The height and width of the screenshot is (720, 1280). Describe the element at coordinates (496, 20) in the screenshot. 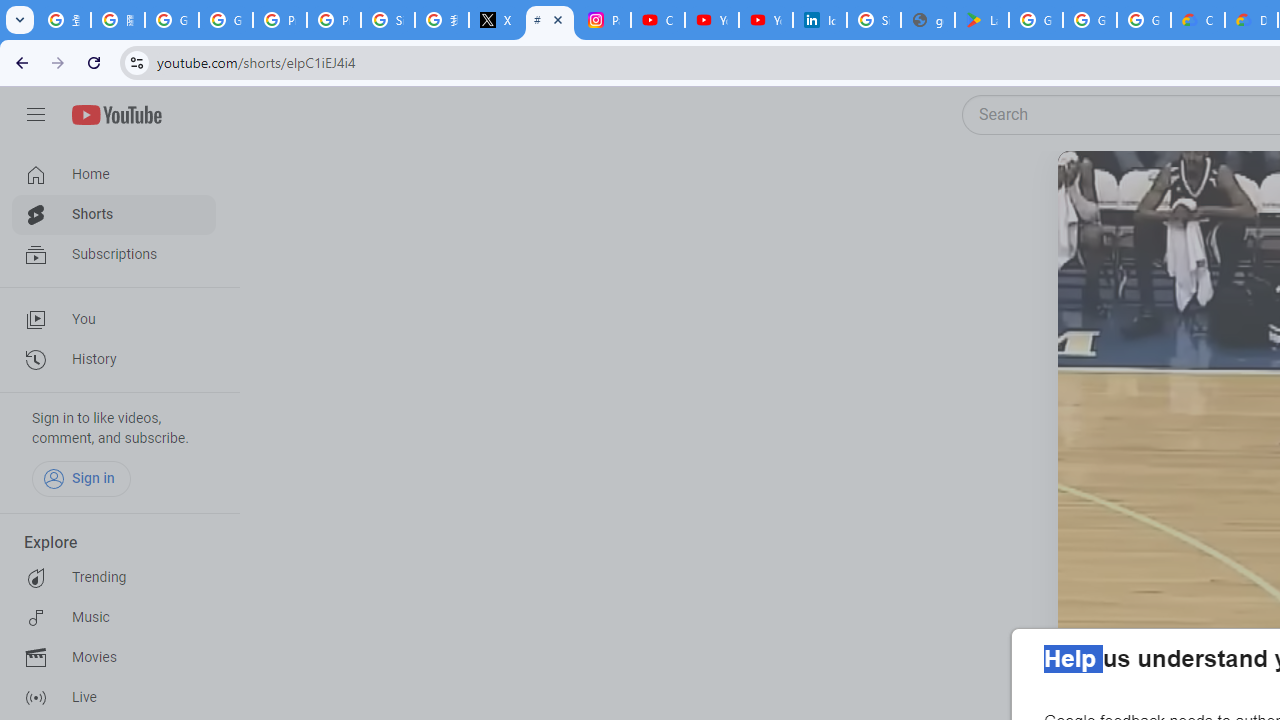

I see `'X'` at that location.